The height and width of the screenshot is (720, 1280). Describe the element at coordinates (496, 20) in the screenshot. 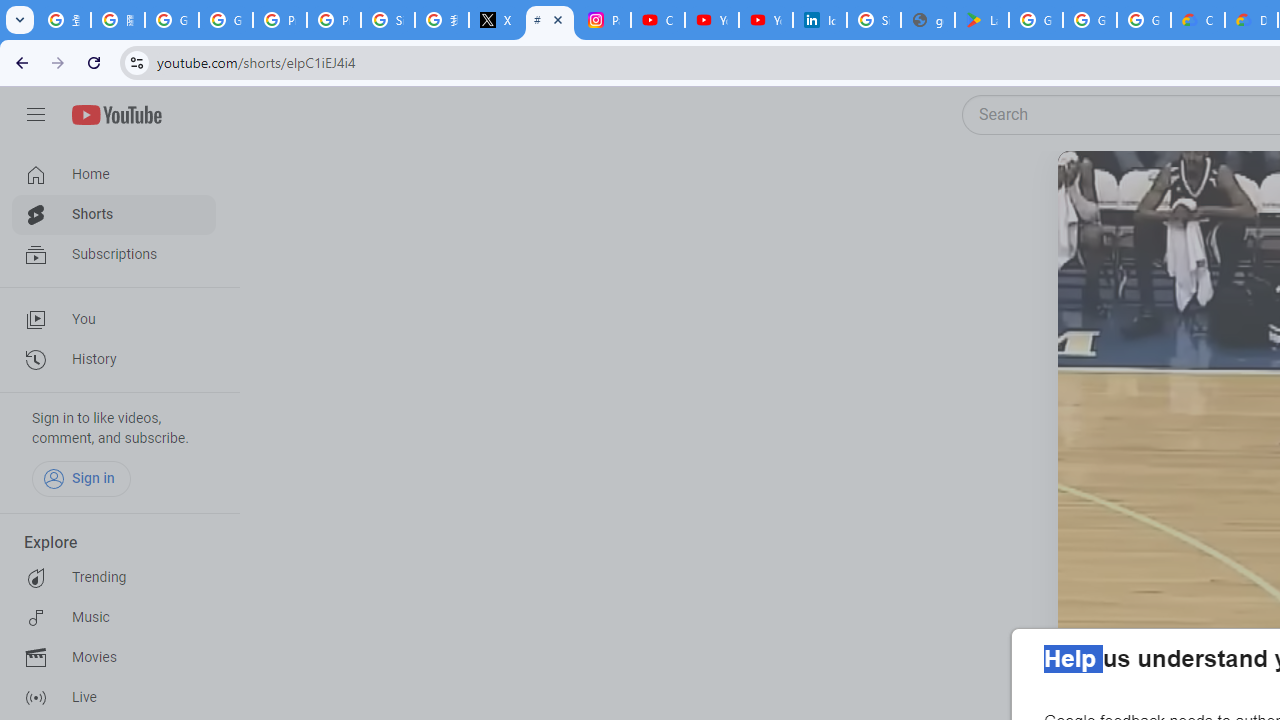

I see `'X'` at that location.